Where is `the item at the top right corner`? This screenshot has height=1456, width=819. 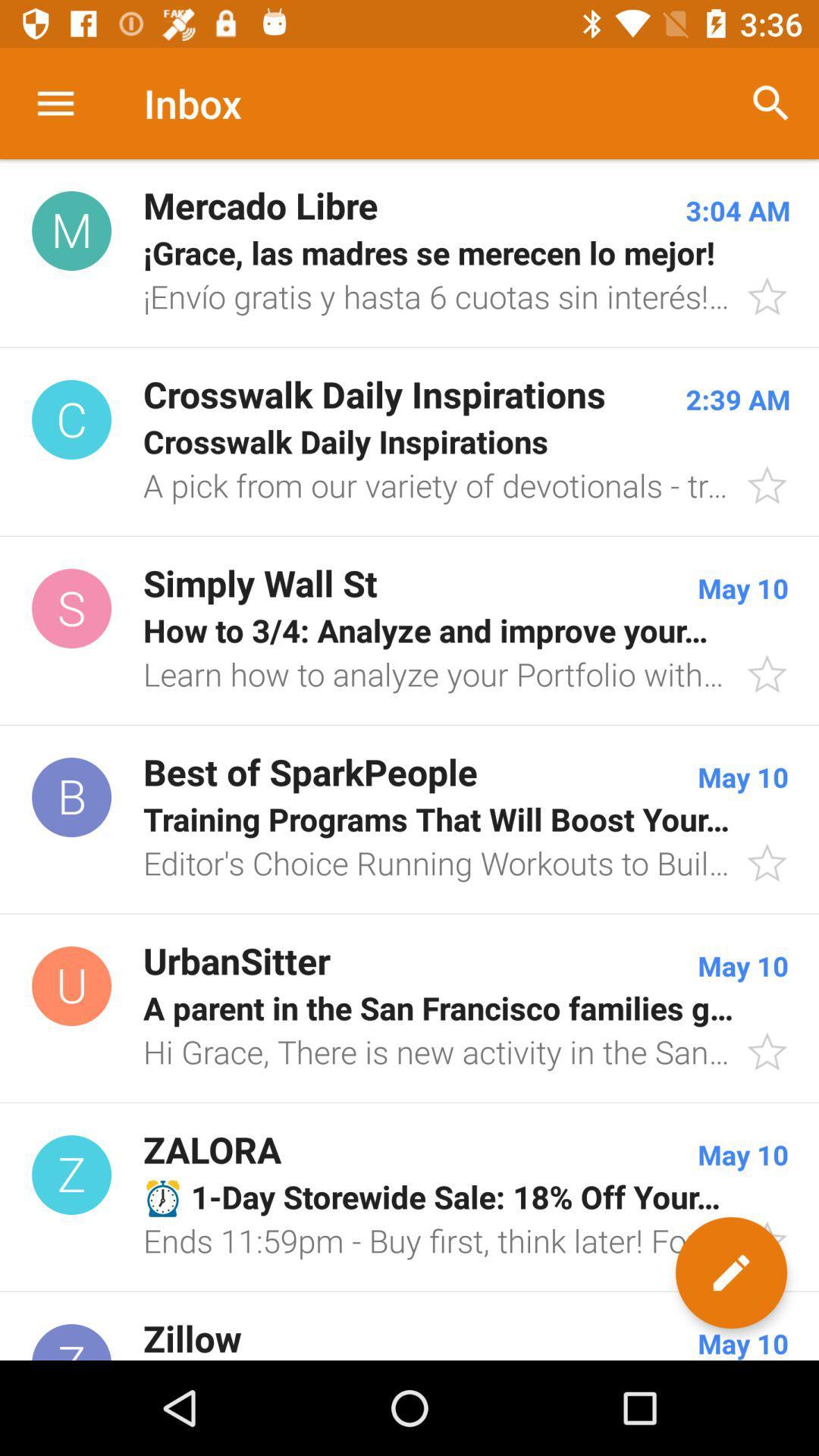 the item at the top right corner is located at coordinates (771, 102).